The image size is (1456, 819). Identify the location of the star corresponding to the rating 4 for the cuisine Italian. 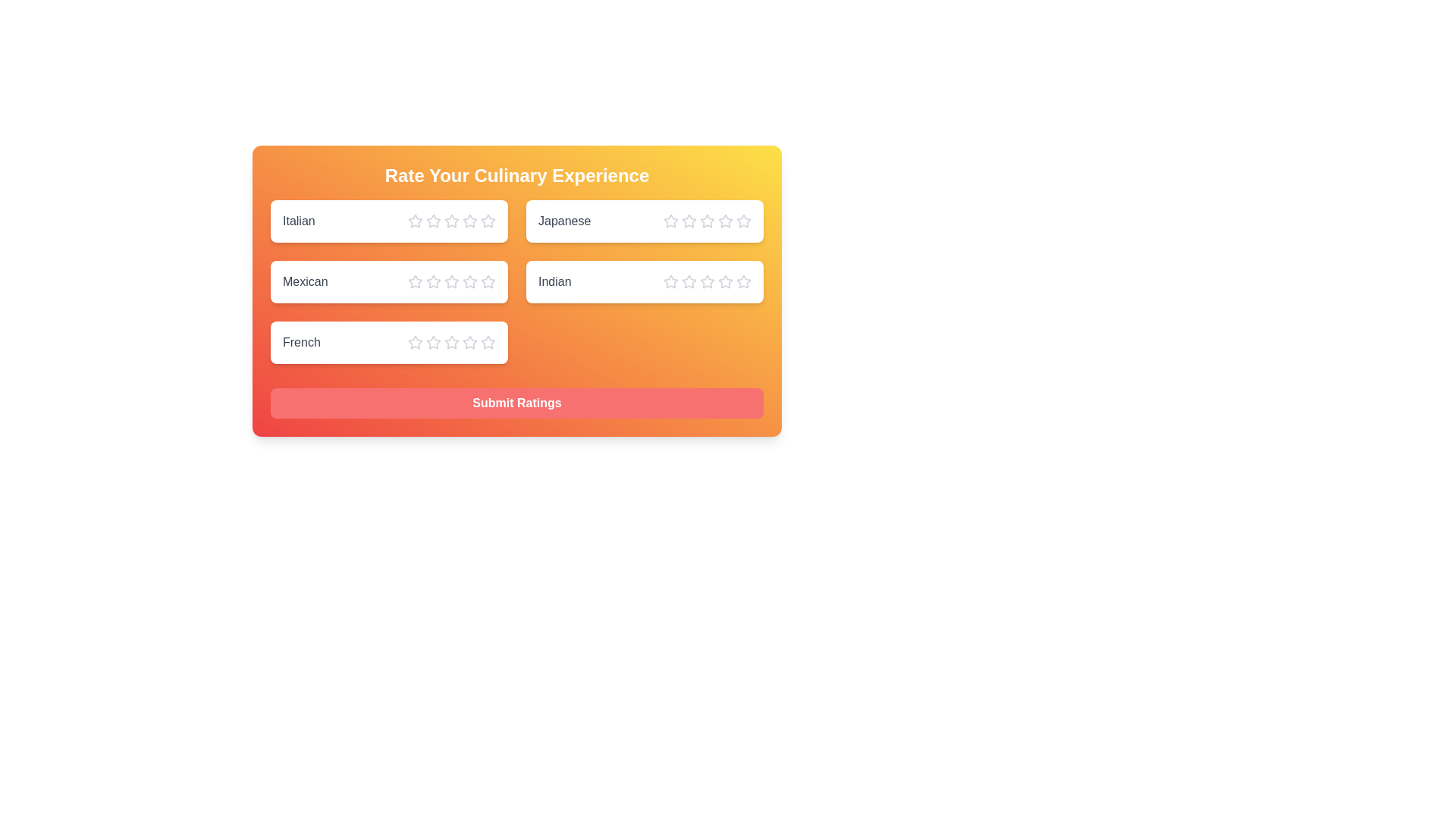
(469, 221).